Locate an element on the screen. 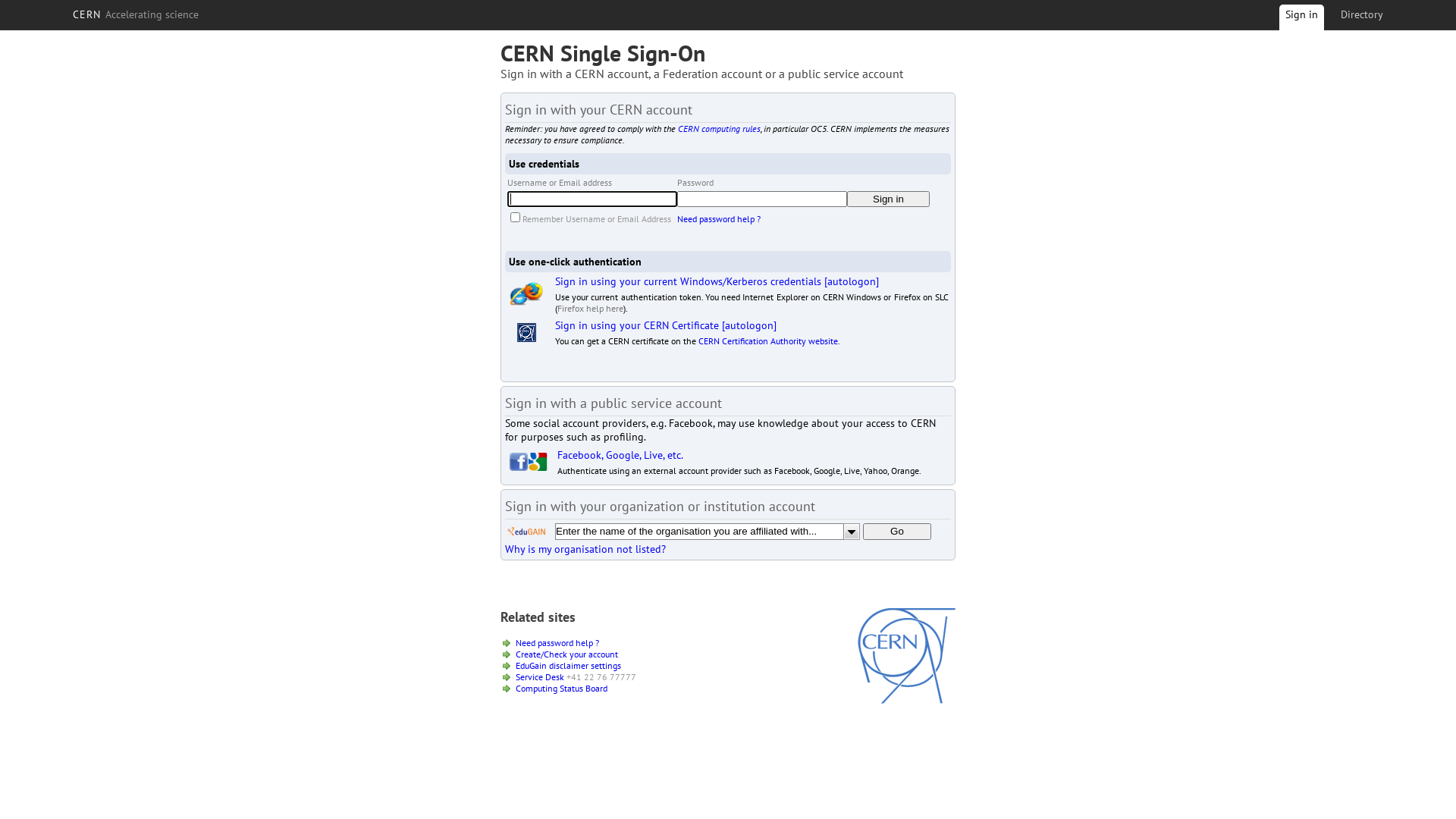 The image size is (1456, 819). 'Computing Status Board' is located at coordinates (560, 688).